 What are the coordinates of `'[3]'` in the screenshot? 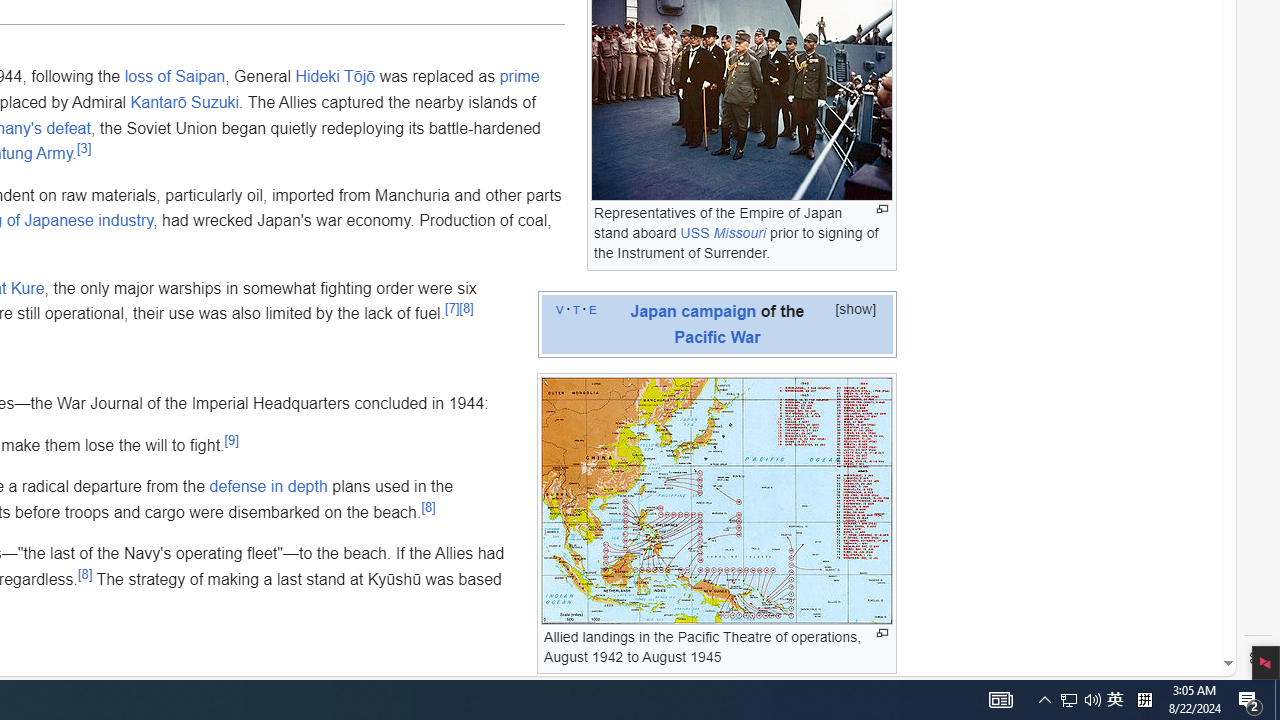 It's located at (82, 146).